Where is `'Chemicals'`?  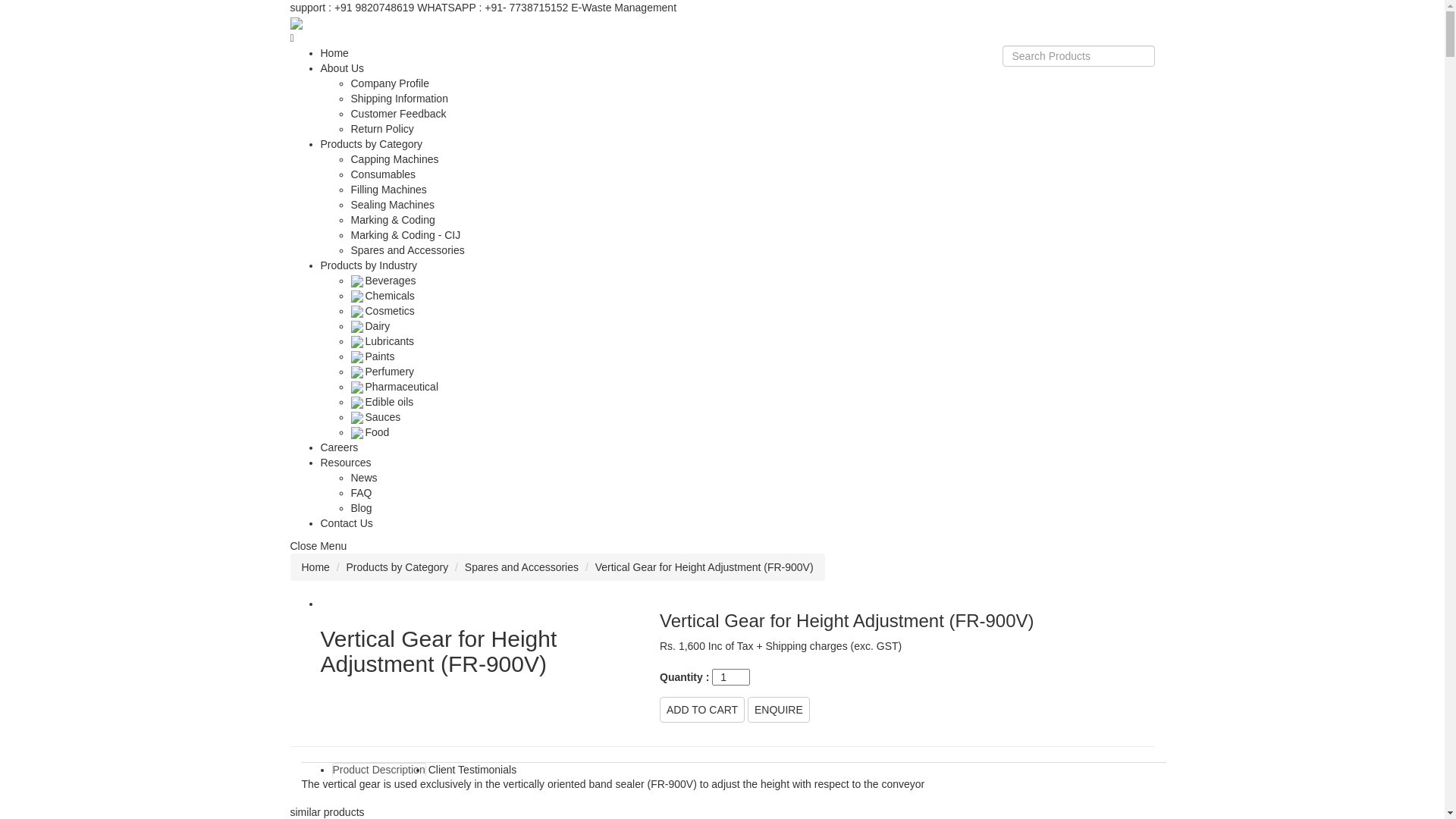 'Chemicals' is located at coordinates (382, 295).